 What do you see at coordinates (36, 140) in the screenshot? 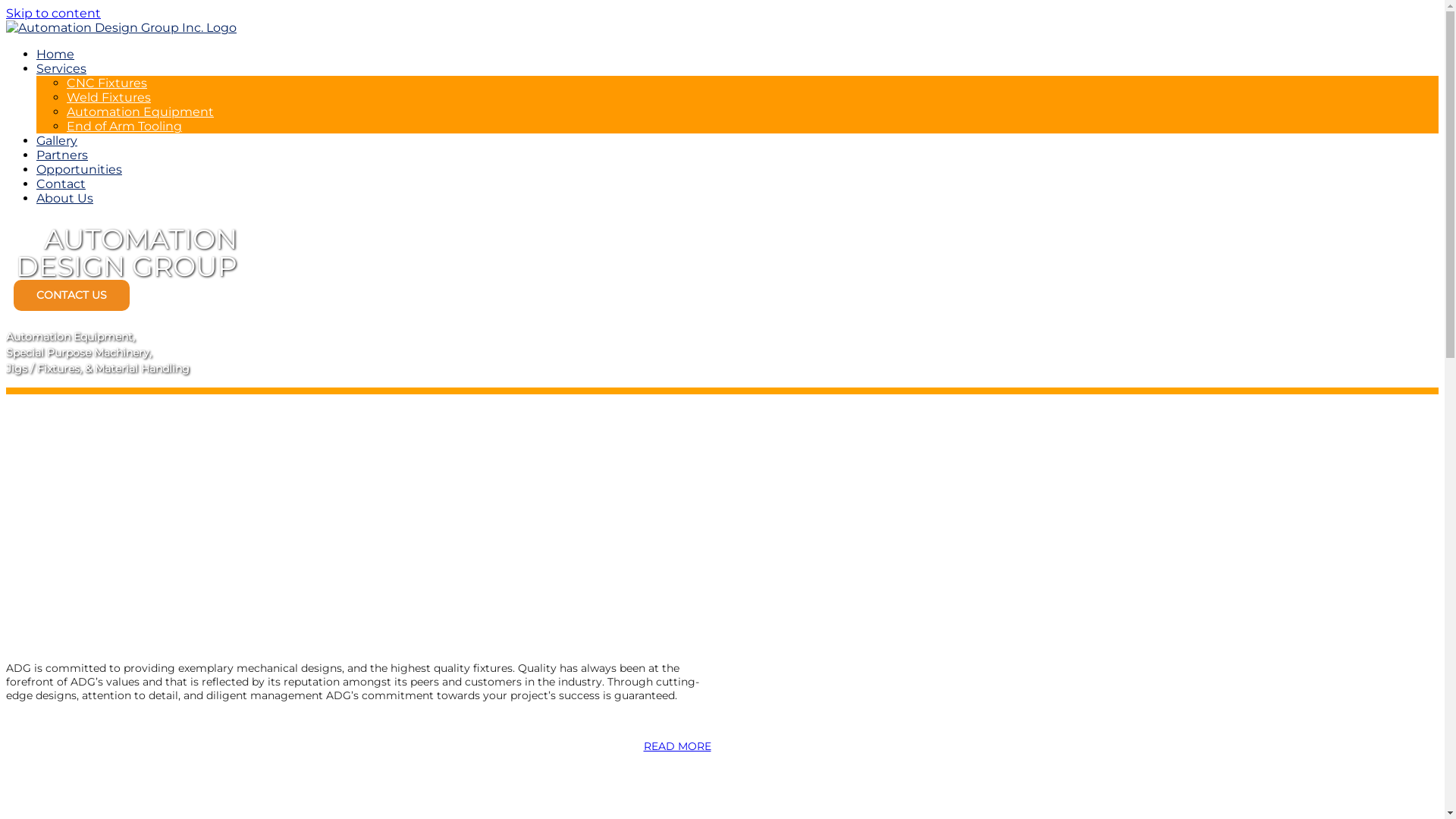
I see `'Gallery'` at bounding box center [36, 140].